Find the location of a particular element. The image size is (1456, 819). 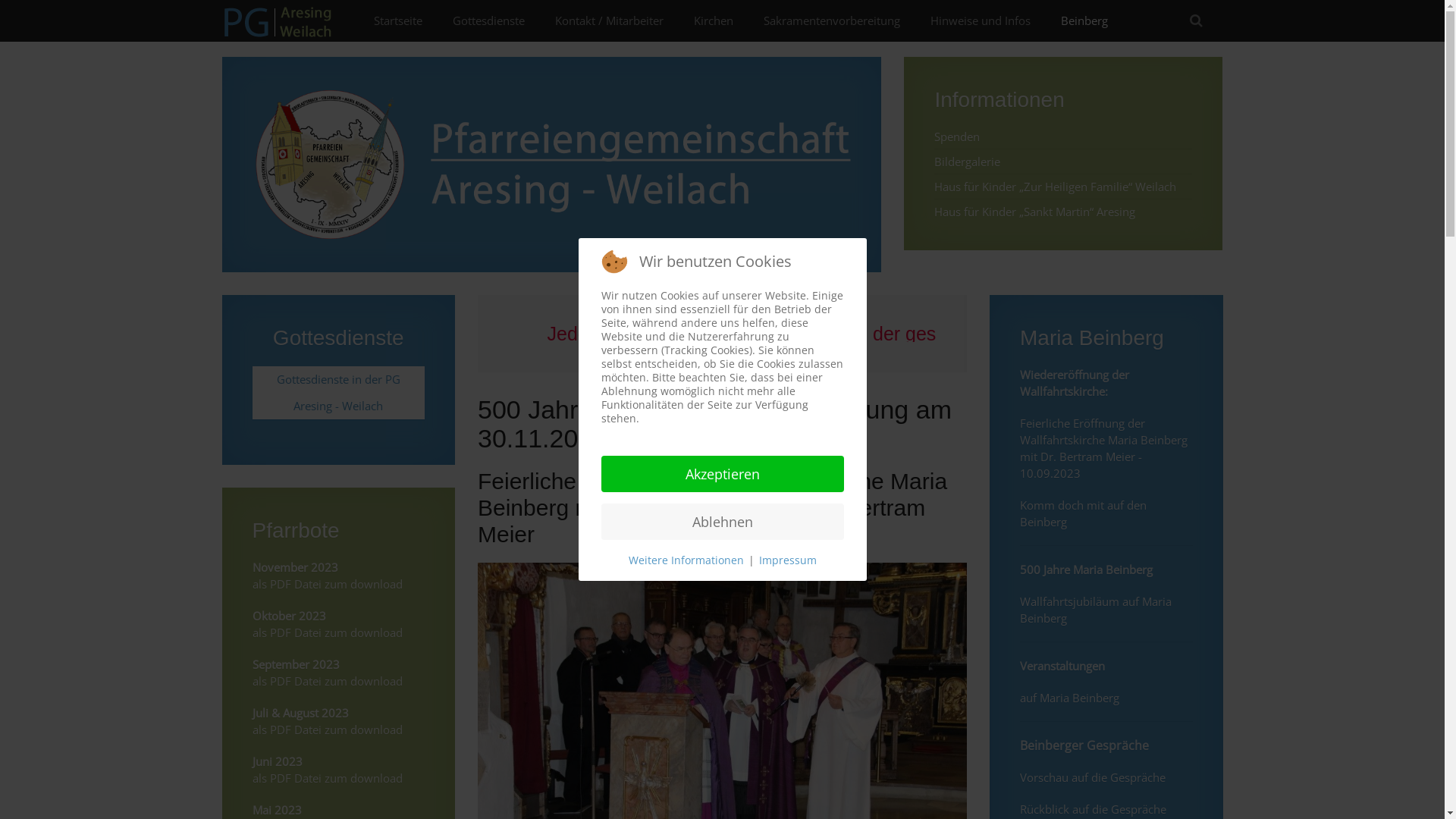

'Gottesdienste in der PG Aresing - Weilach' is located at coordinates (337, 391).